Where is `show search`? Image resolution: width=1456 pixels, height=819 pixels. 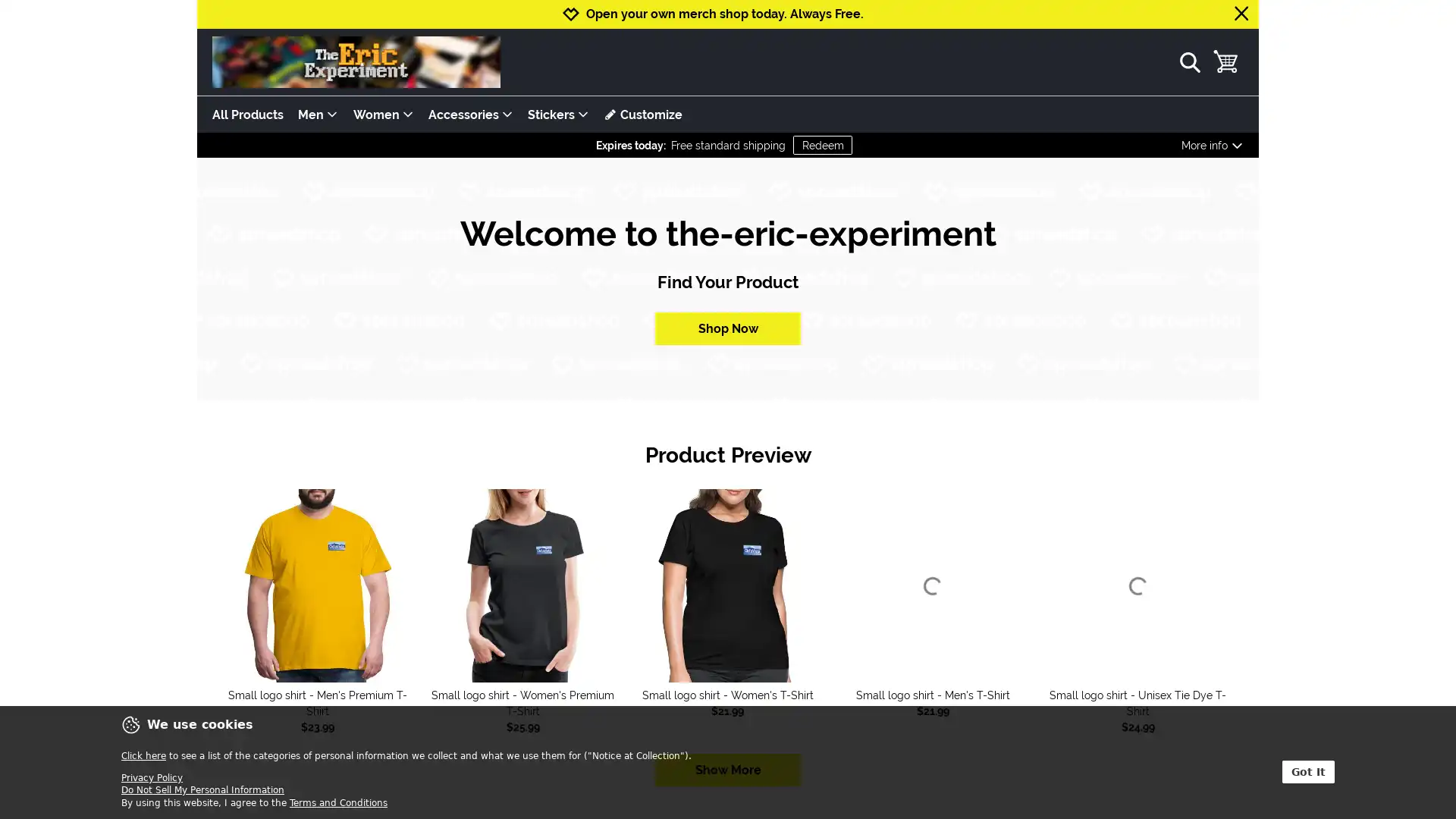 show search is located at coordinates (1188, 61).